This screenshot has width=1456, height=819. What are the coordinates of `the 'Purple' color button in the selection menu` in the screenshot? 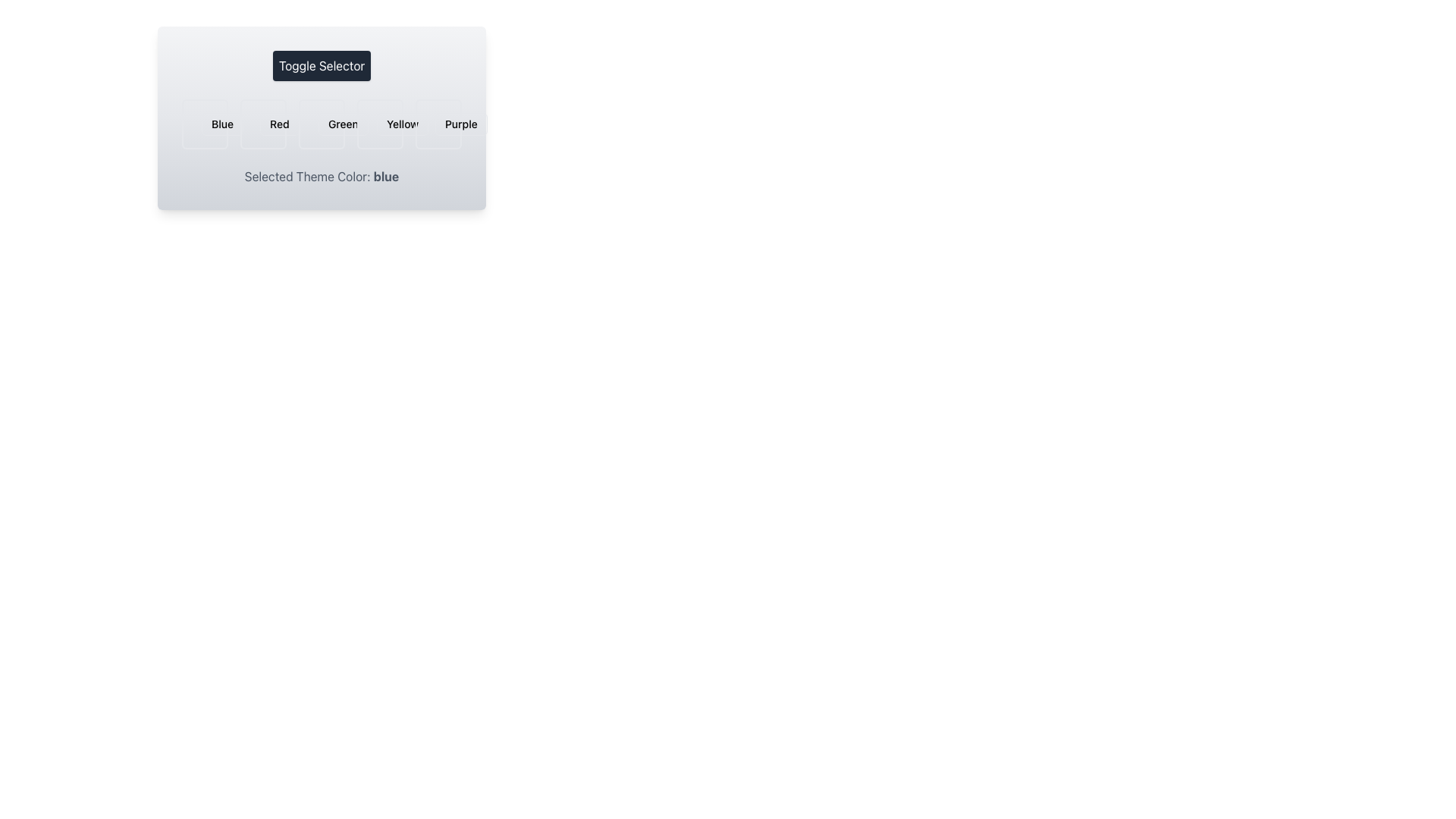 It's located at (438, 124).